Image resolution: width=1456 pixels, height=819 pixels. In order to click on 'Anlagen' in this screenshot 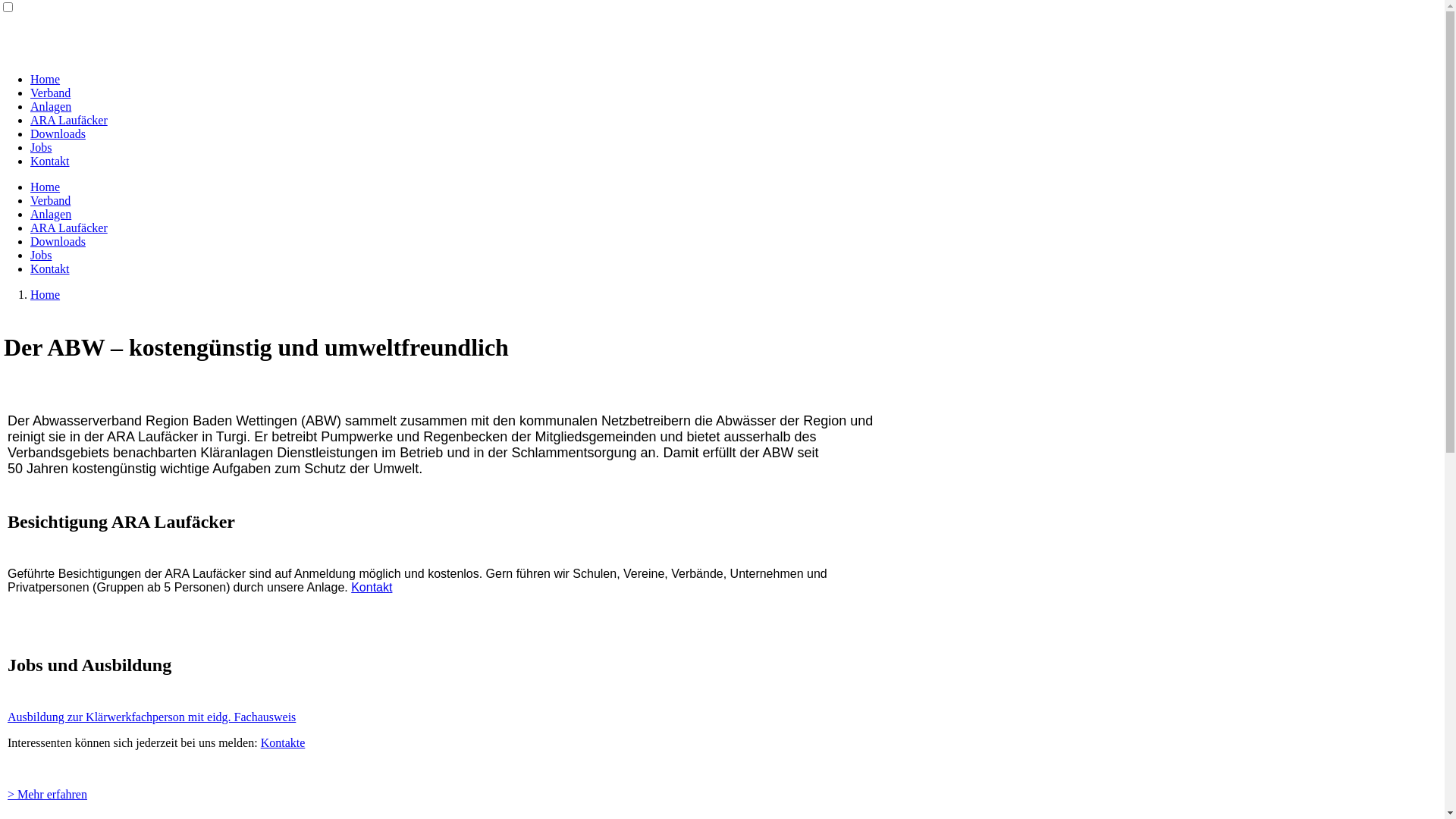, I will do `click(51, 105)`.